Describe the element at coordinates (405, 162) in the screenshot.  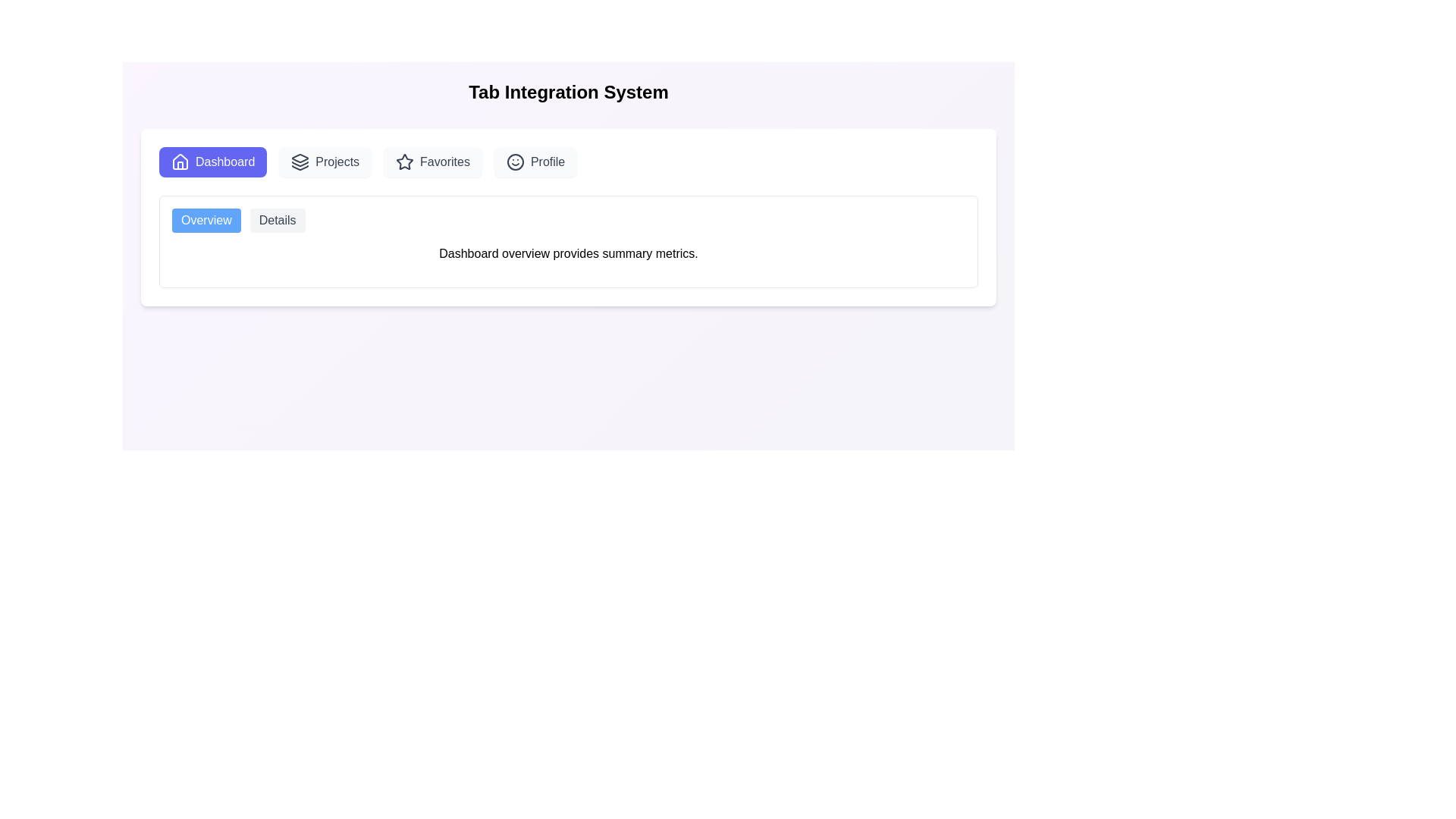
I see `the star-shaped icon associated with the 'Favorites' button` at that location.